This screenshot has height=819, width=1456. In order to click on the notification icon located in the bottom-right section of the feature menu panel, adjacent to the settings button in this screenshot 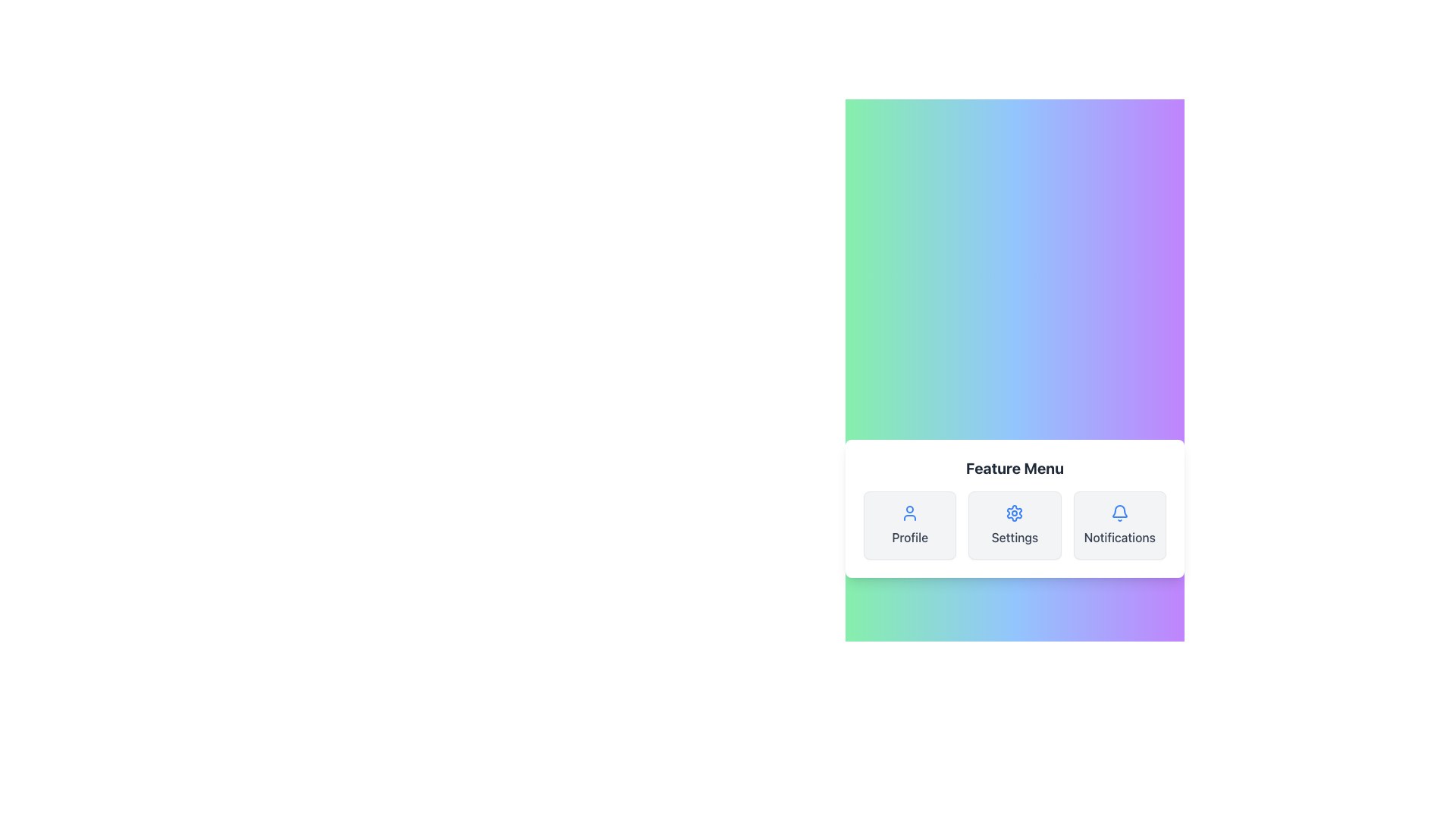, I will do `click(1119, 513)`.